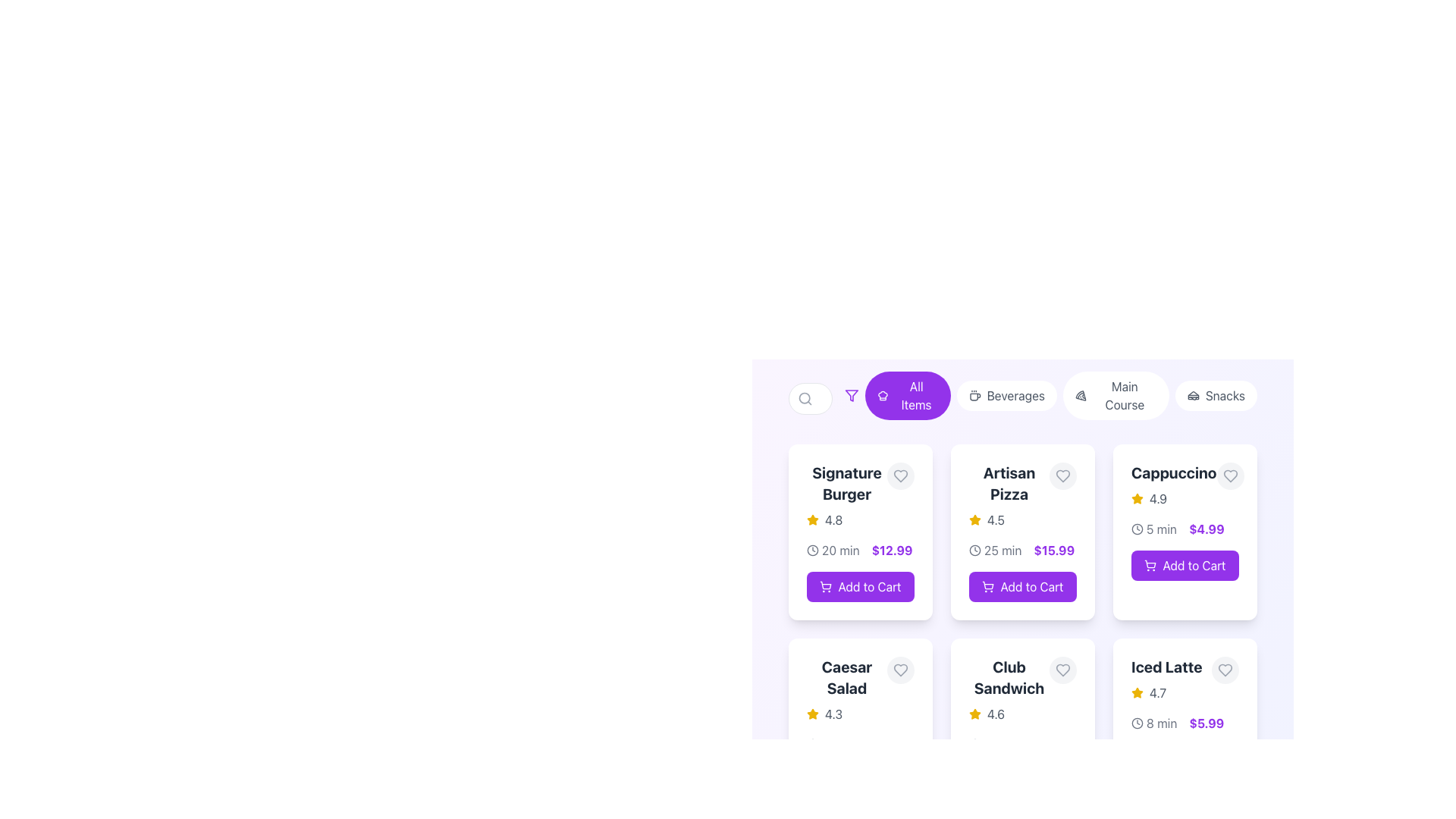 The height and width of the screenshot is (819, 1456). I want to click on the 'Caesar Salad' text label with a rating of '4.3' and a filled yellow star icon, located in the second row and first column of the item grid, so click(846, 690).